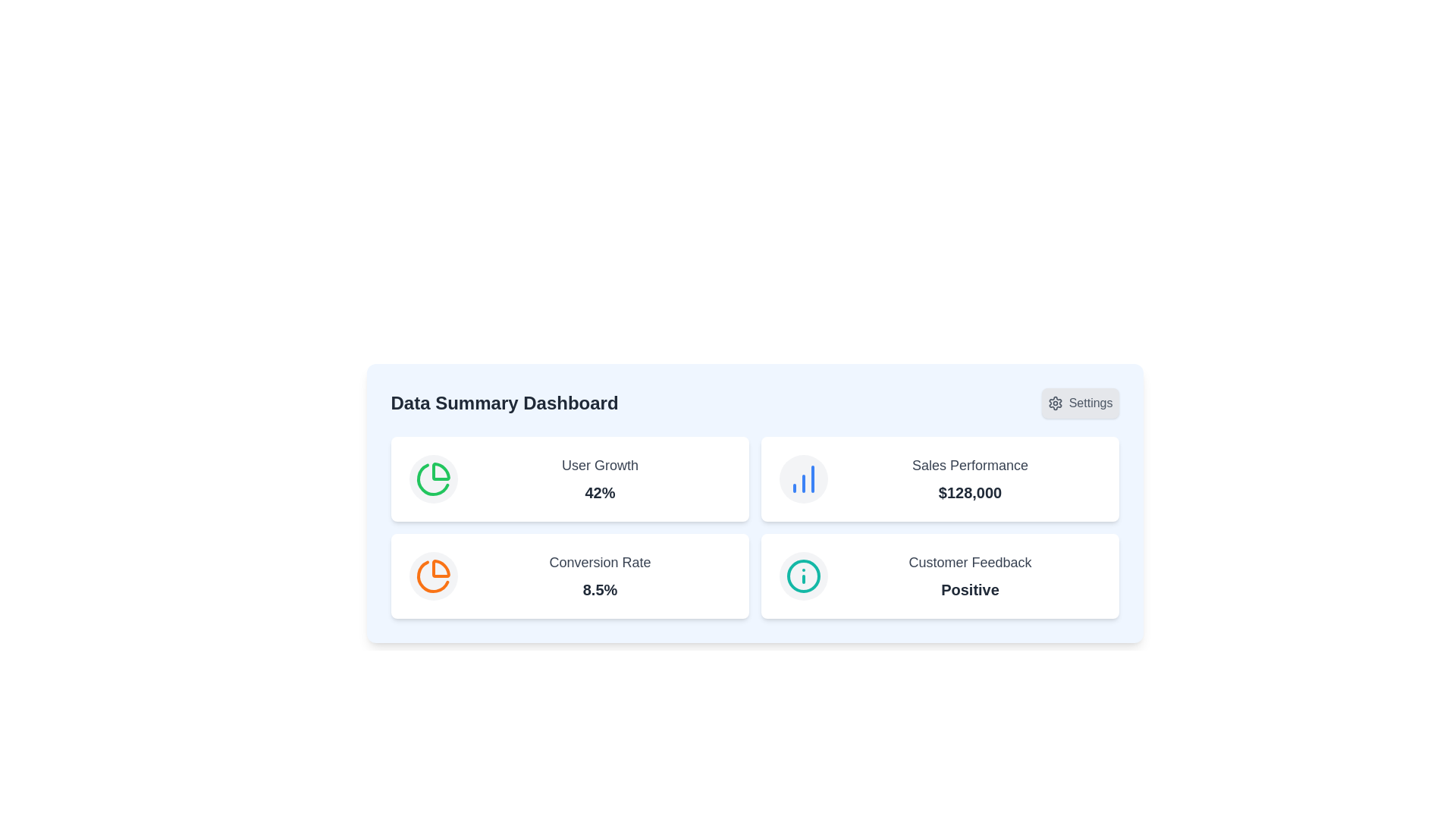 This screenshot has width=1456, height=819. Describe the element at coordinates (504, 403) in the screenshot. I see `the text label that displays 'Data Summary Dashboard', which is prominently located at the upper-left side of the dashboard layout` at that location.